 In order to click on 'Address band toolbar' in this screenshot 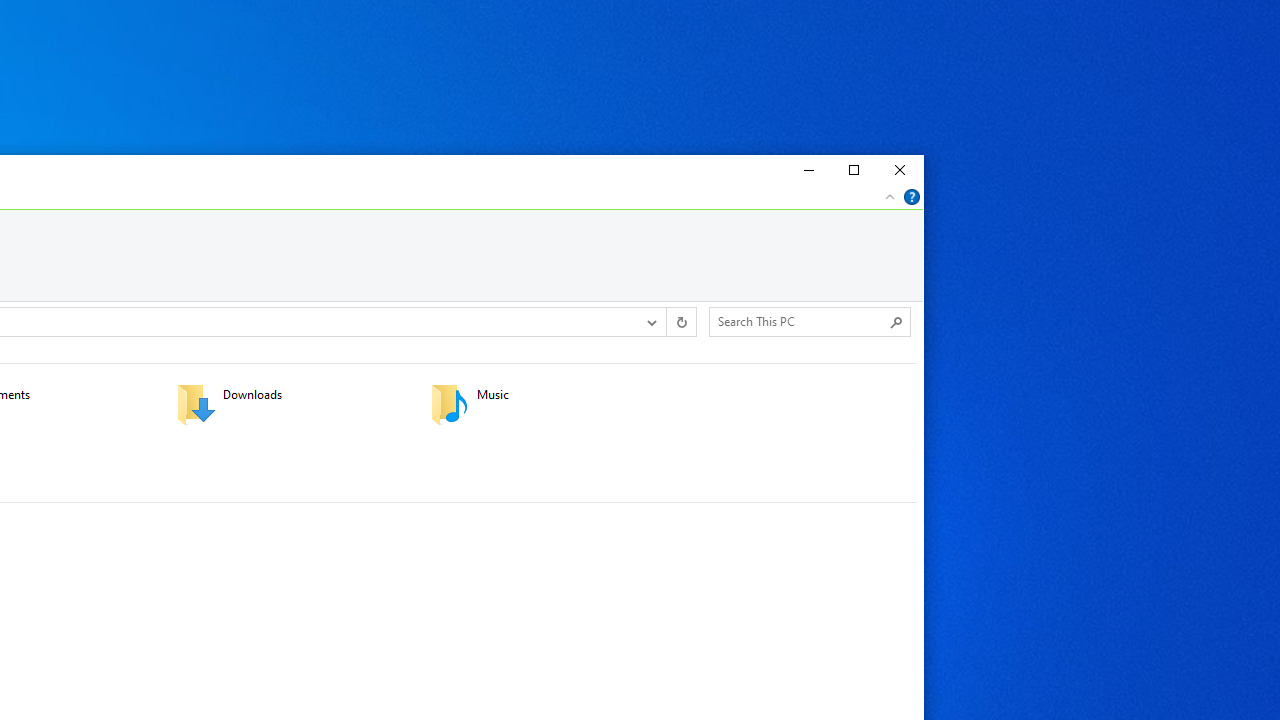, I will do `click(666, 320)`.